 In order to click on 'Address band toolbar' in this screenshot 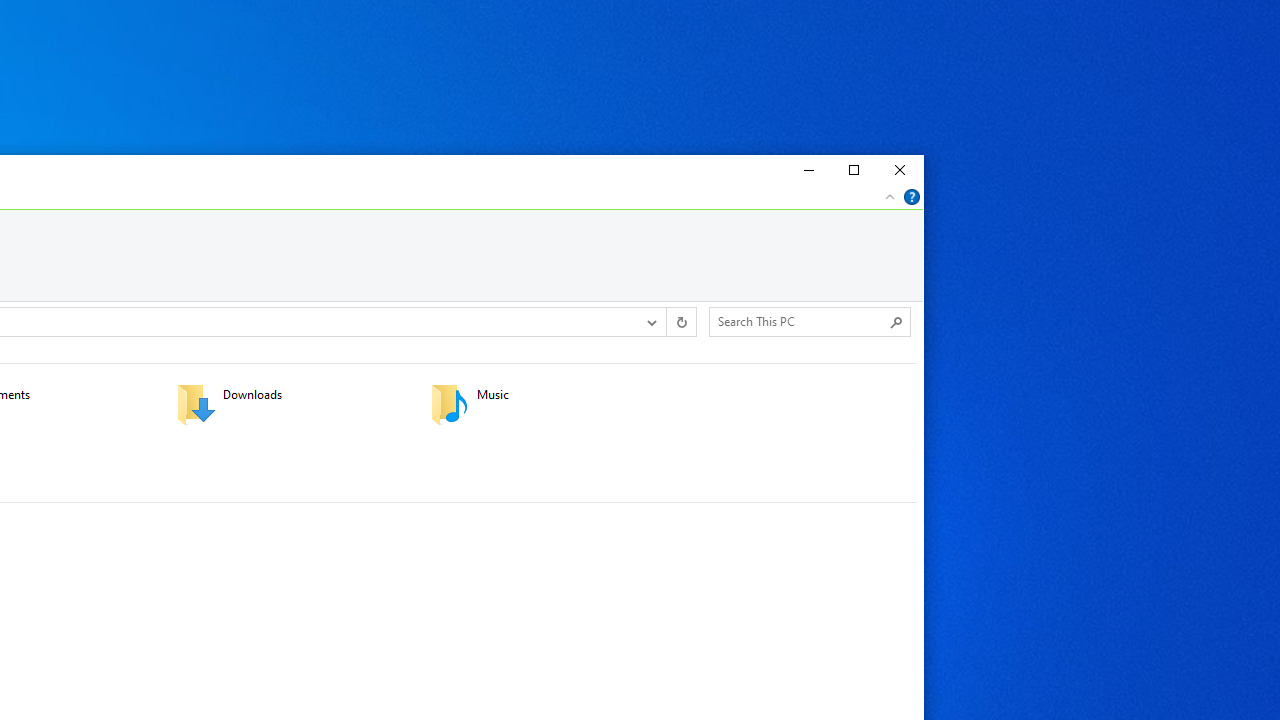, I will do `click(666, 320)`.